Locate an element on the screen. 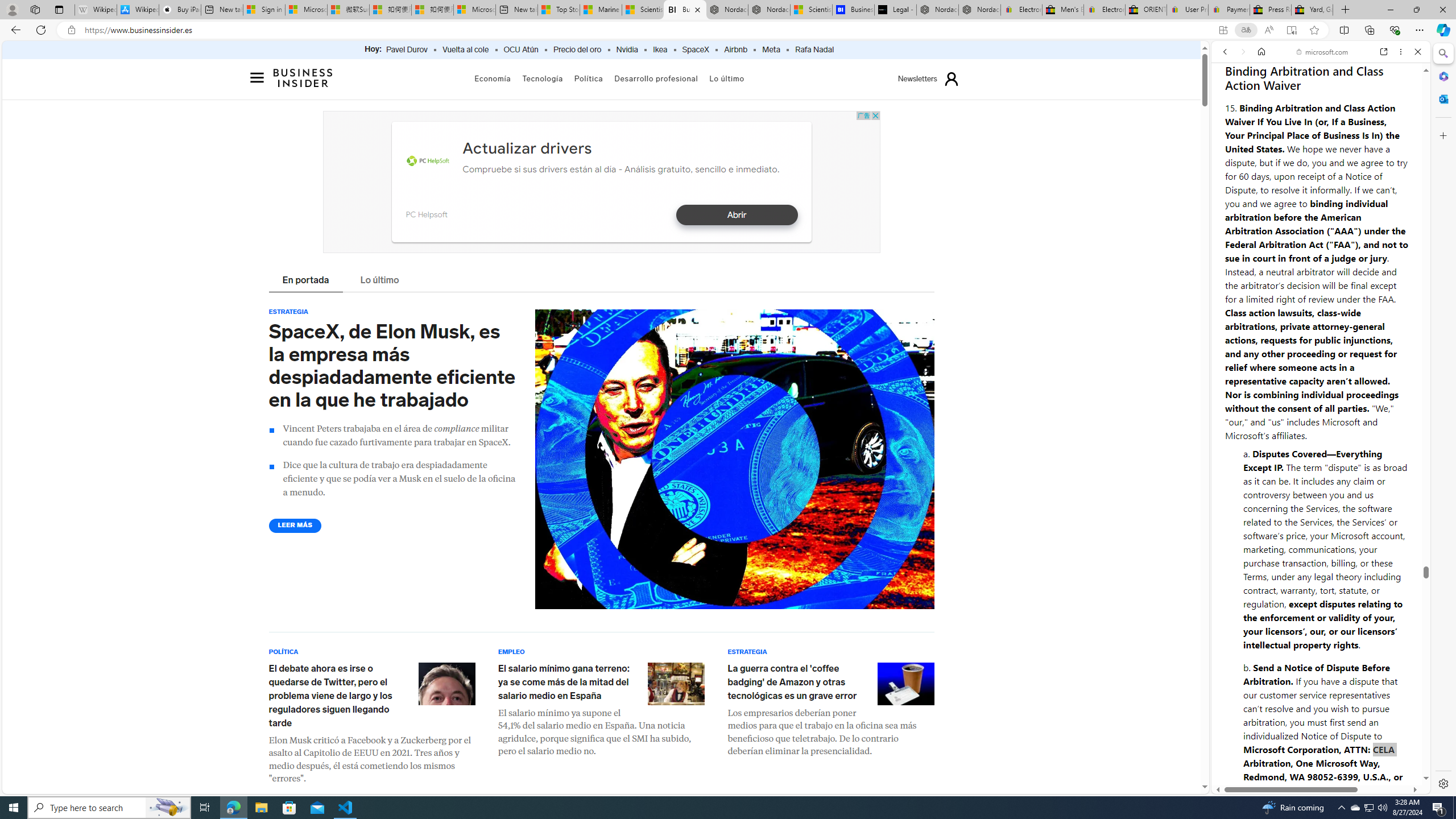 The width and height of the screenshot is (1456, 819). 'User Privacy Notice | eBay' is located at coordinates (1187, 9).